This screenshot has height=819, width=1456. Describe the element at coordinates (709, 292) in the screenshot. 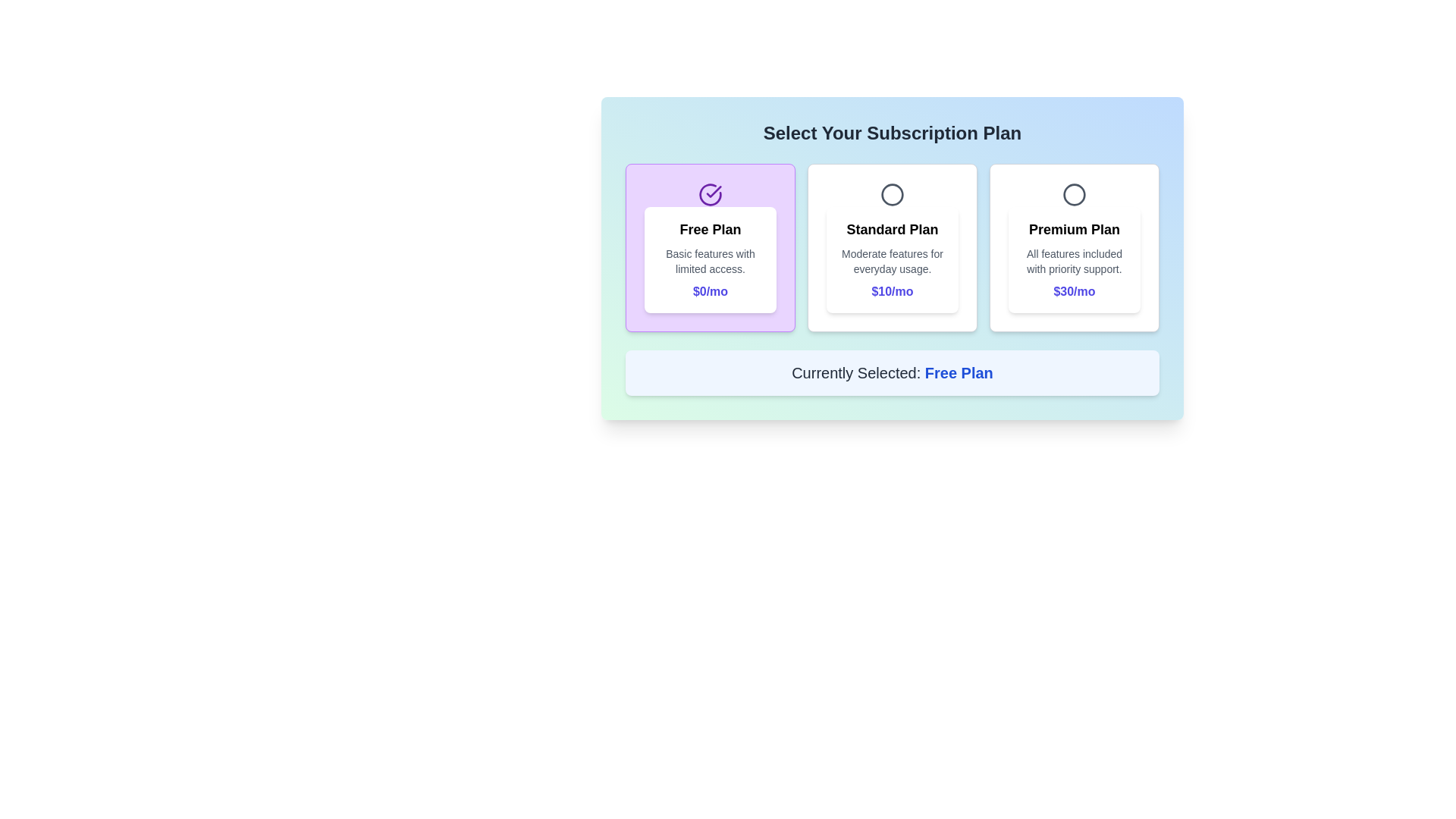

I see `the static text display that shows '$0/mo' in bold indigo color, located at the bottom of the Free Plan card` at that location.